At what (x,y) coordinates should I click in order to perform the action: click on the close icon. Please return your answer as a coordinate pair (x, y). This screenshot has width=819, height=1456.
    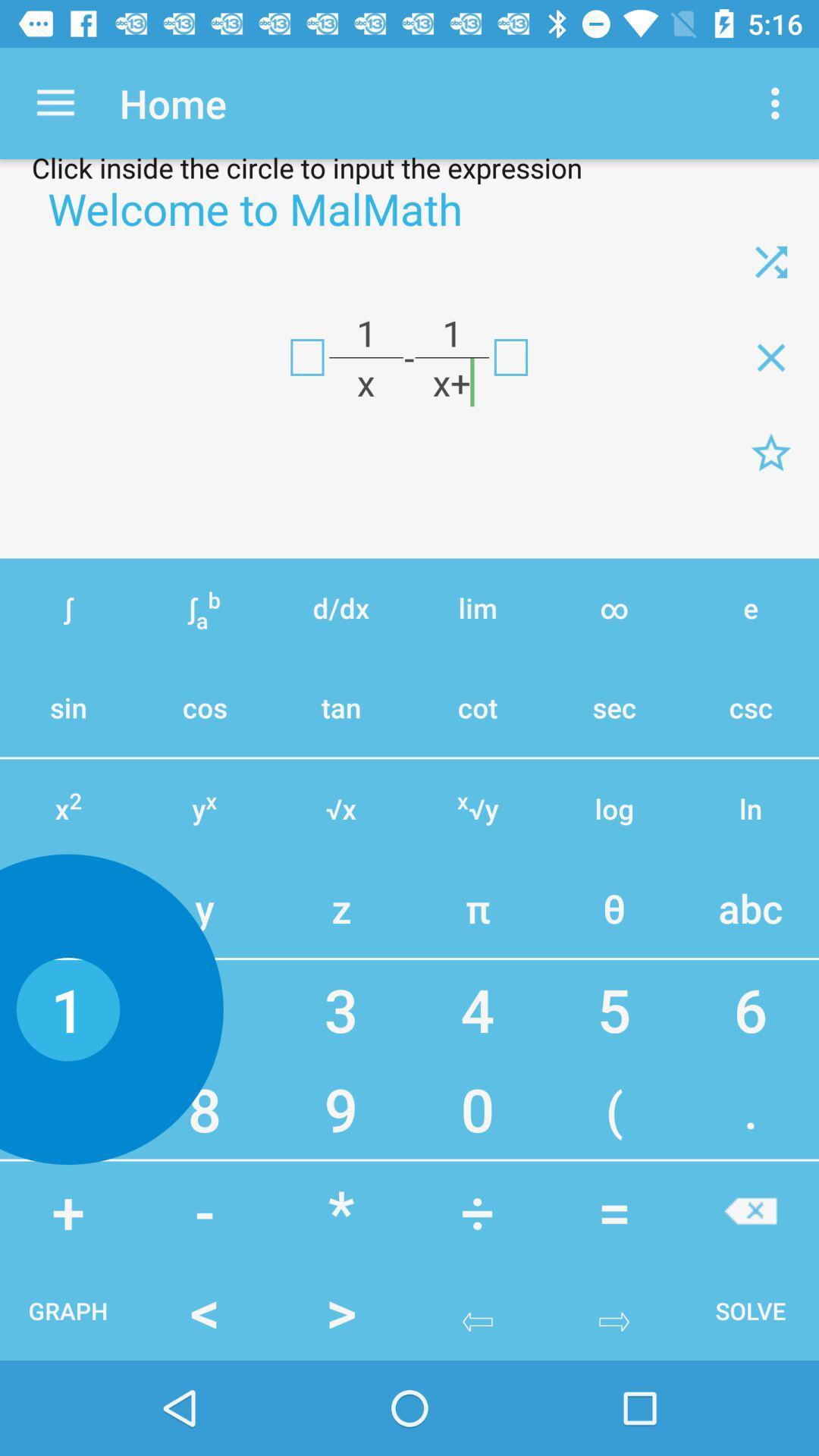
    Looking at the image, I should click on (771, 262).